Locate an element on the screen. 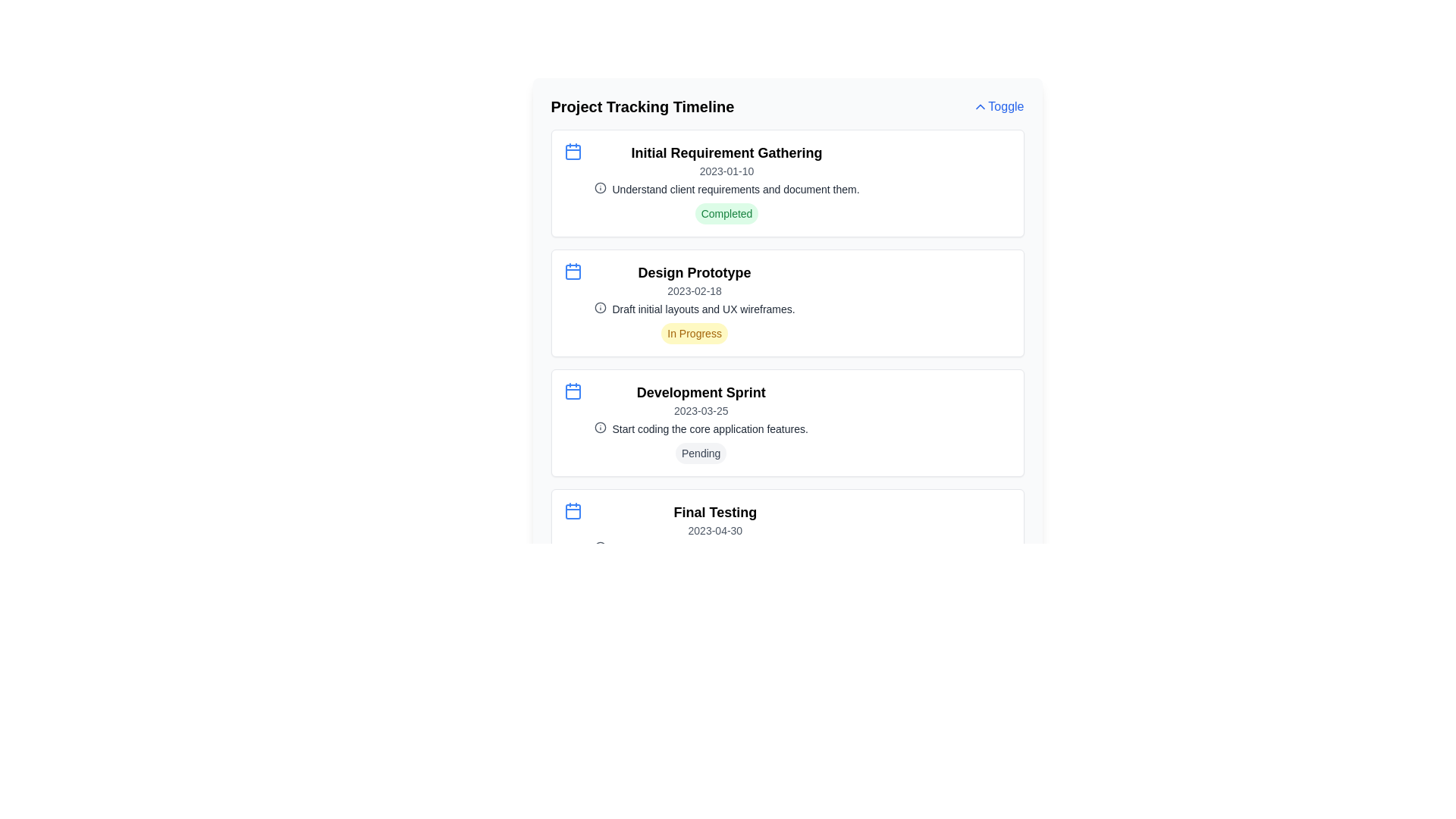  the information icon (circle with border) located to the left of the text 'Initial Requirement Gathering' in the first row of the timeline for visual context is located at coordinates (599, 307).